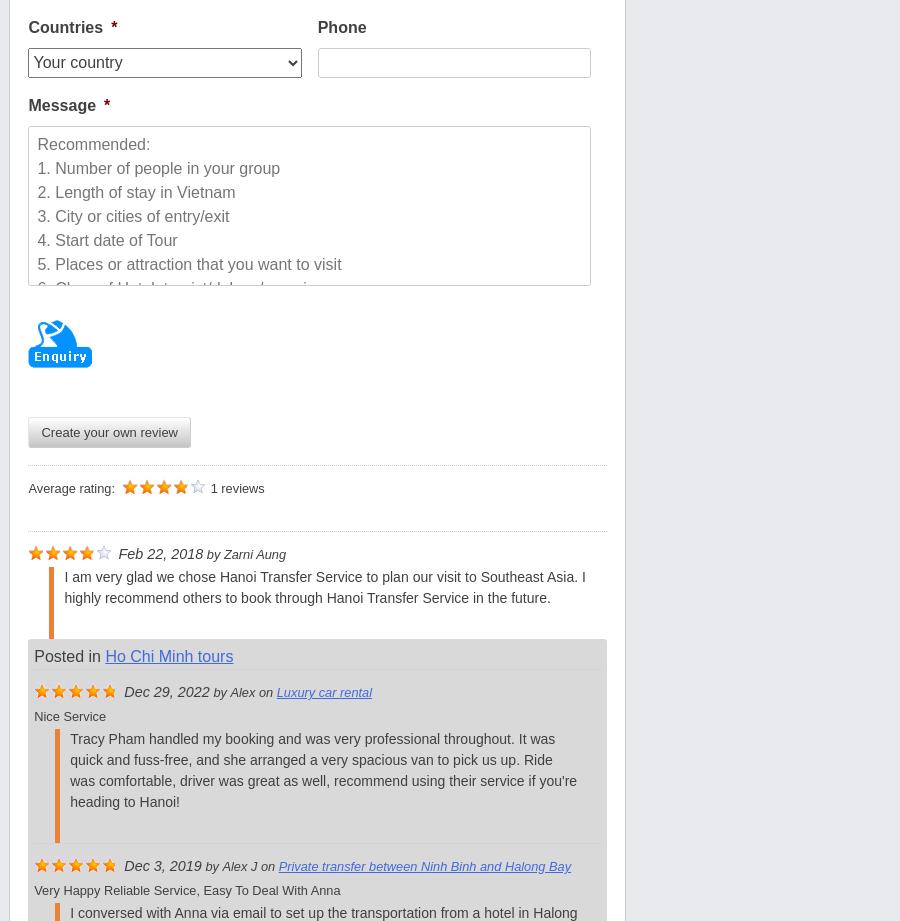 The height and width of the screenshot is (921, 900). Describe the element at coordinates (68, 655) in the screenshot. I see `'Posted in'` at that location.